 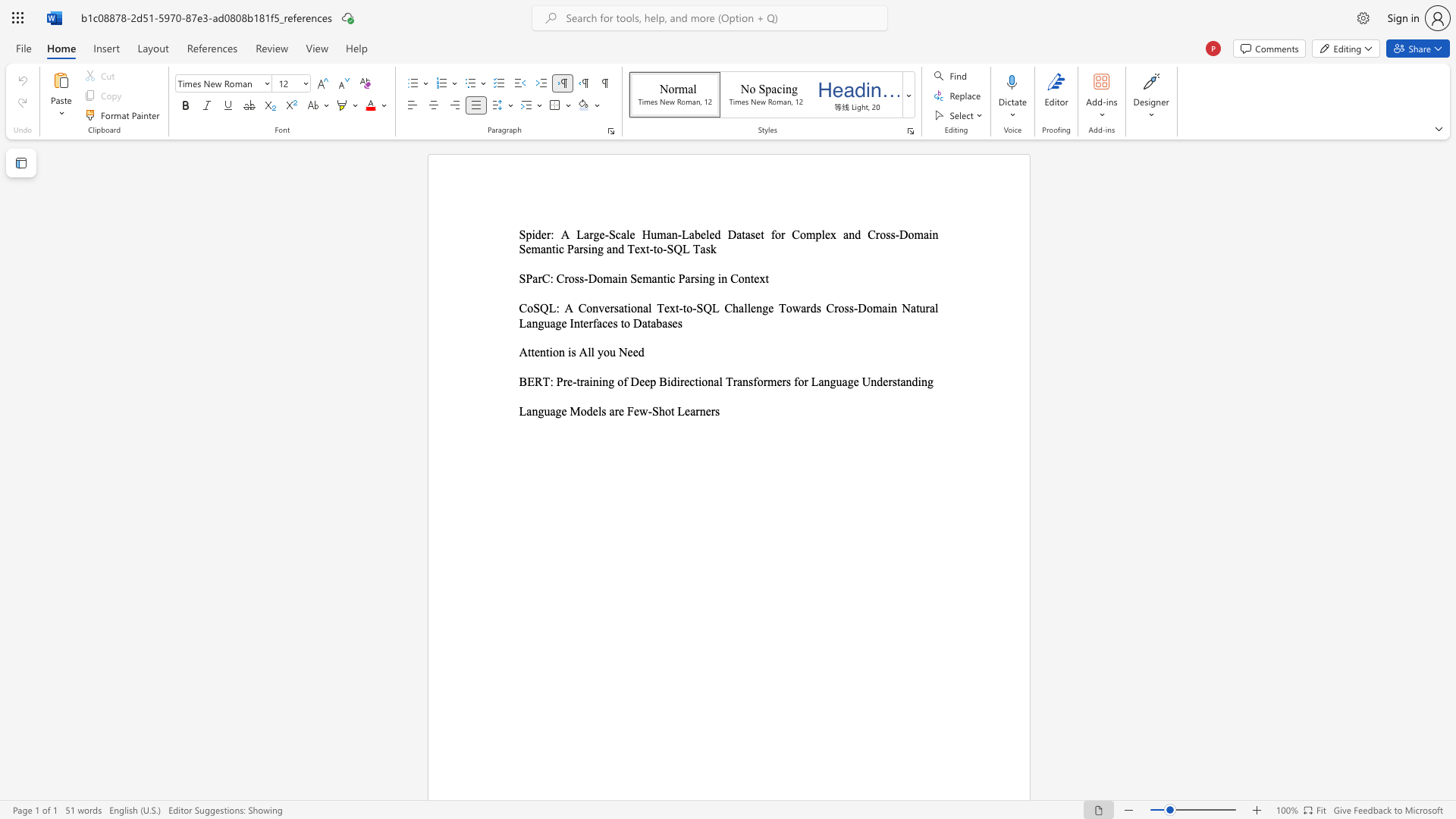 What do you see at coordinates (591, 307) in the screenshot?
I see `the subset text "nversational Text-to-SQL C" within the text "CoSQL: A Conversational Text-to-SQL Challenge Towards Cross-Domain Natural Language Interfaces to Databases"` at bounding box center [591, 307].